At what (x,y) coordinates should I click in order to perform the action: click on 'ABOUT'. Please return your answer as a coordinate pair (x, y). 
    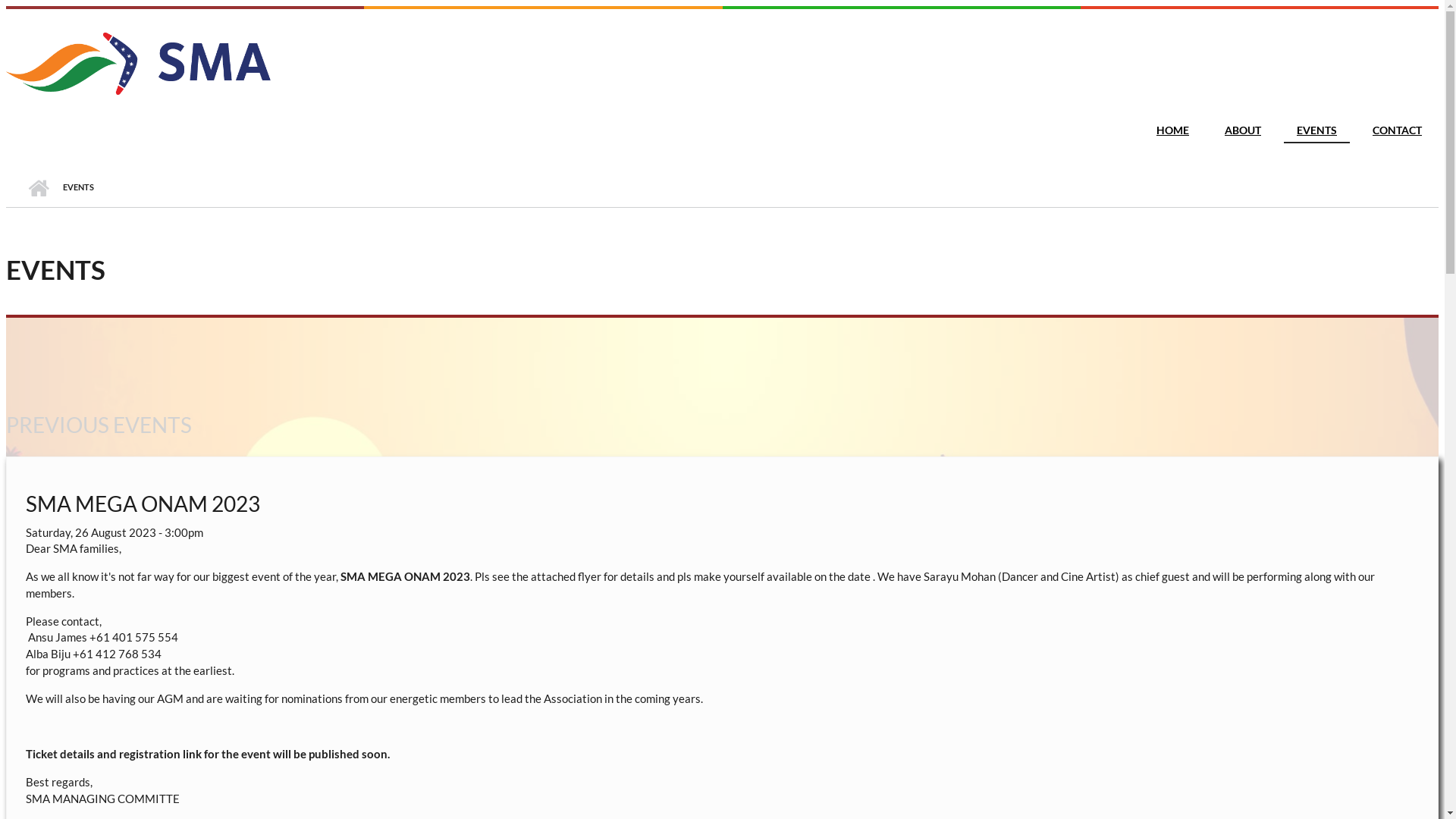
    Looking at the image, I should click on (1242, 130).